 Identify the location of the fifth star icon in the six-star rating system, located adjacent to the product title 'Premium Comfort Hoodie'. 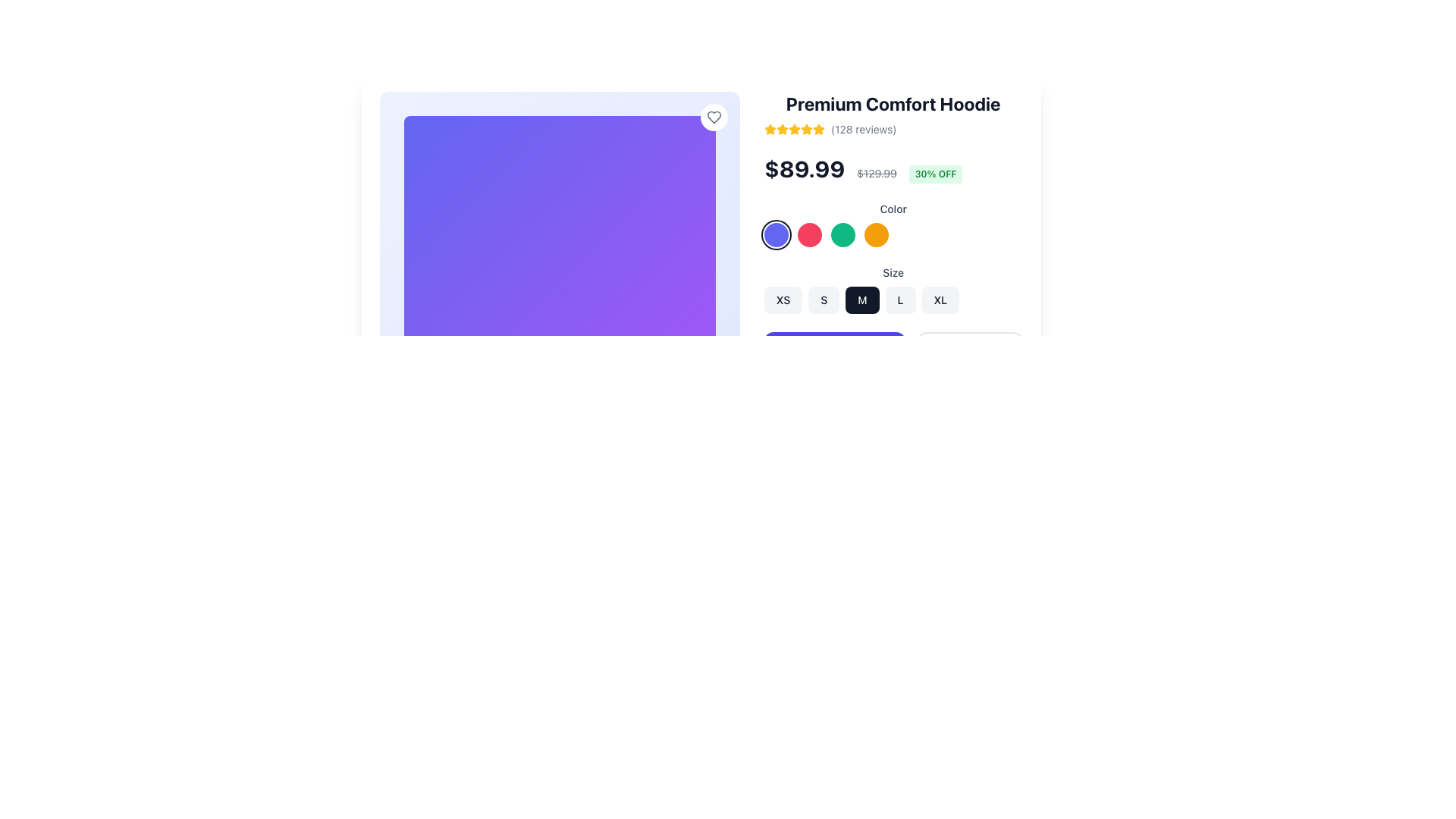
(805, 128).